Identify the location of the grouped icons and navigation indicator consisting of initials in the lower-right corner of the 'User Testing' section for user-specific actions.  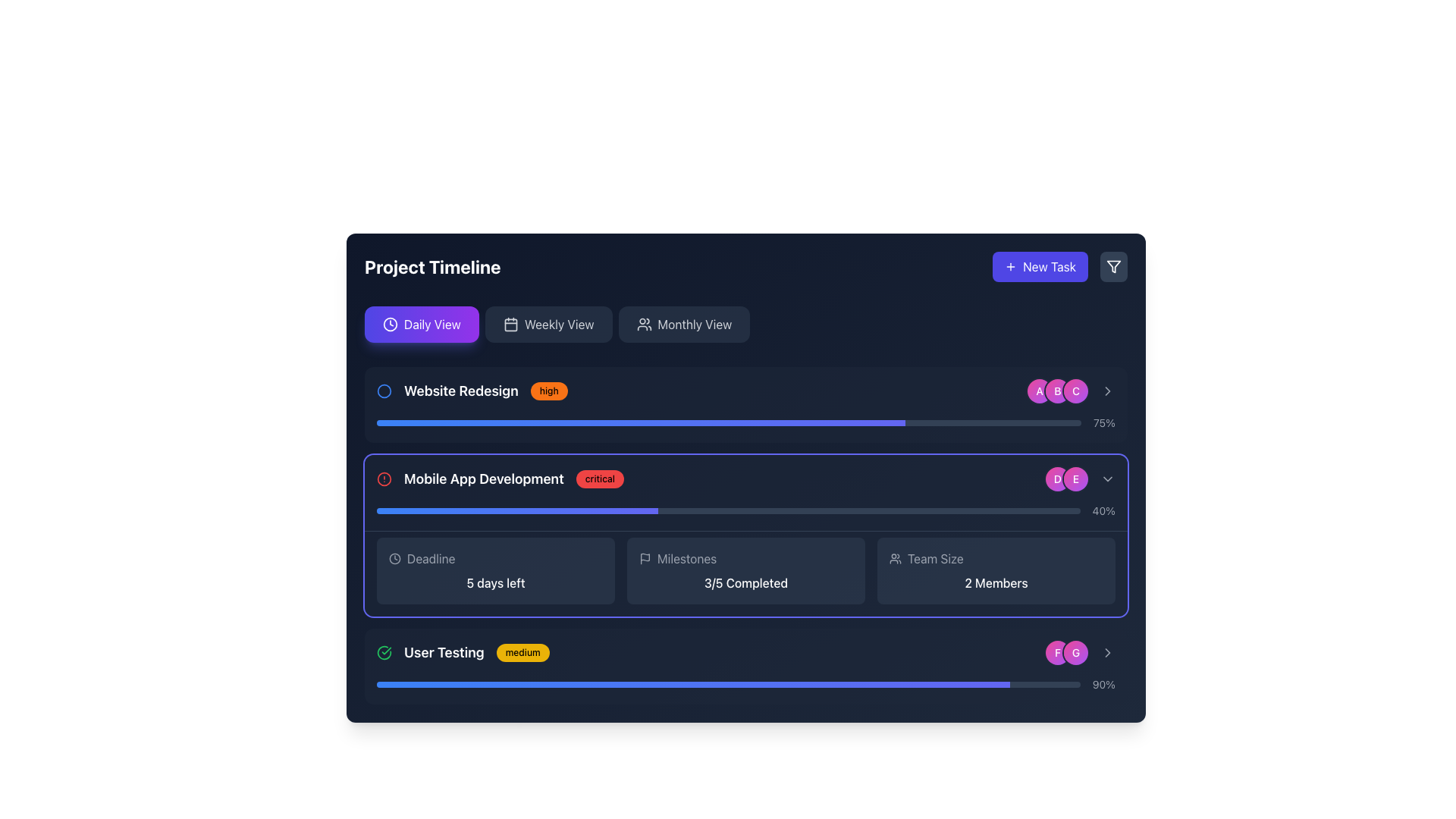
(1080, 651).